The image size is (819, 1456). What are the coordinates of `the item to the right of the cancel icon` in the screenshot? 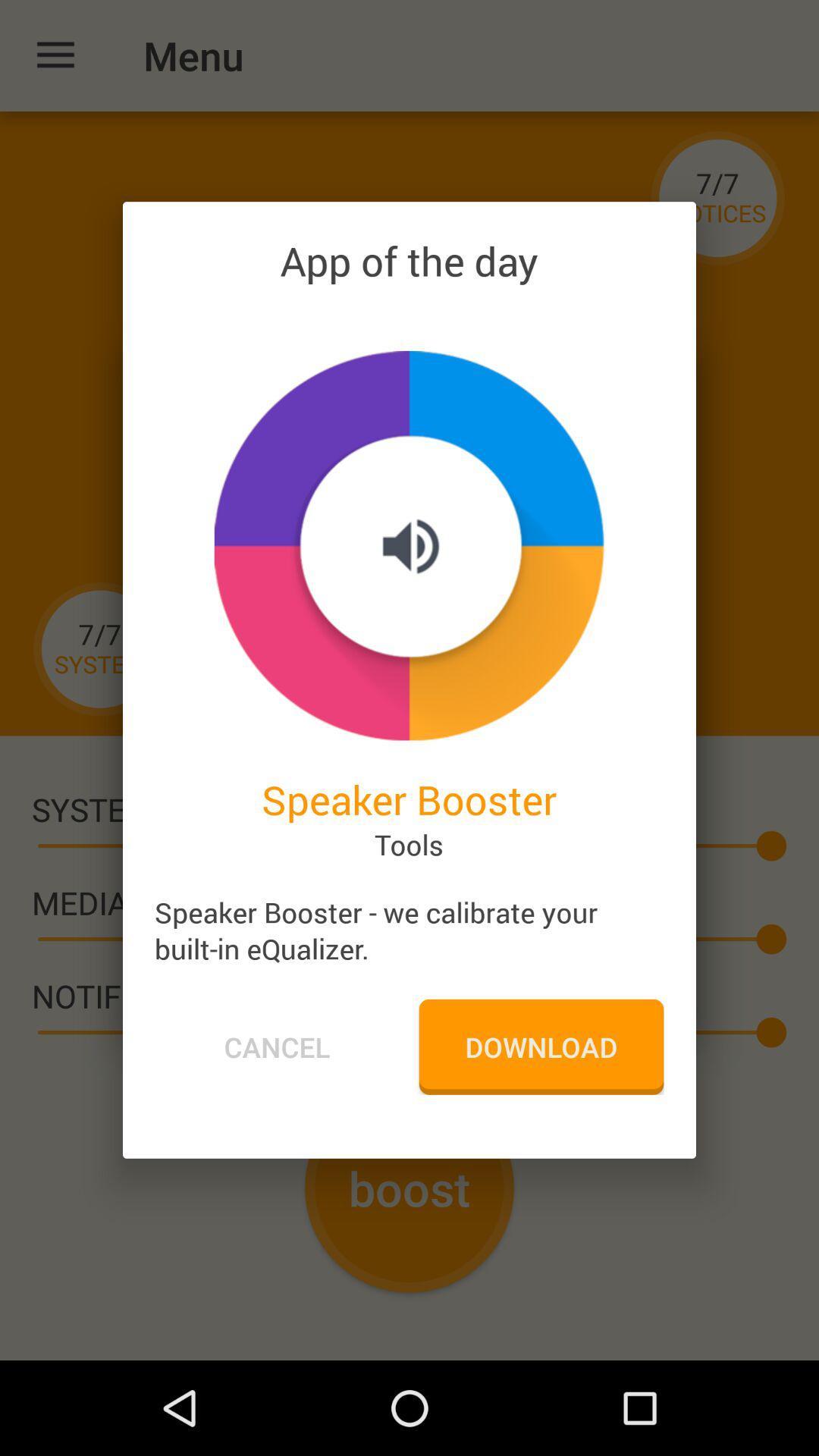 It's located at (540, 1046).